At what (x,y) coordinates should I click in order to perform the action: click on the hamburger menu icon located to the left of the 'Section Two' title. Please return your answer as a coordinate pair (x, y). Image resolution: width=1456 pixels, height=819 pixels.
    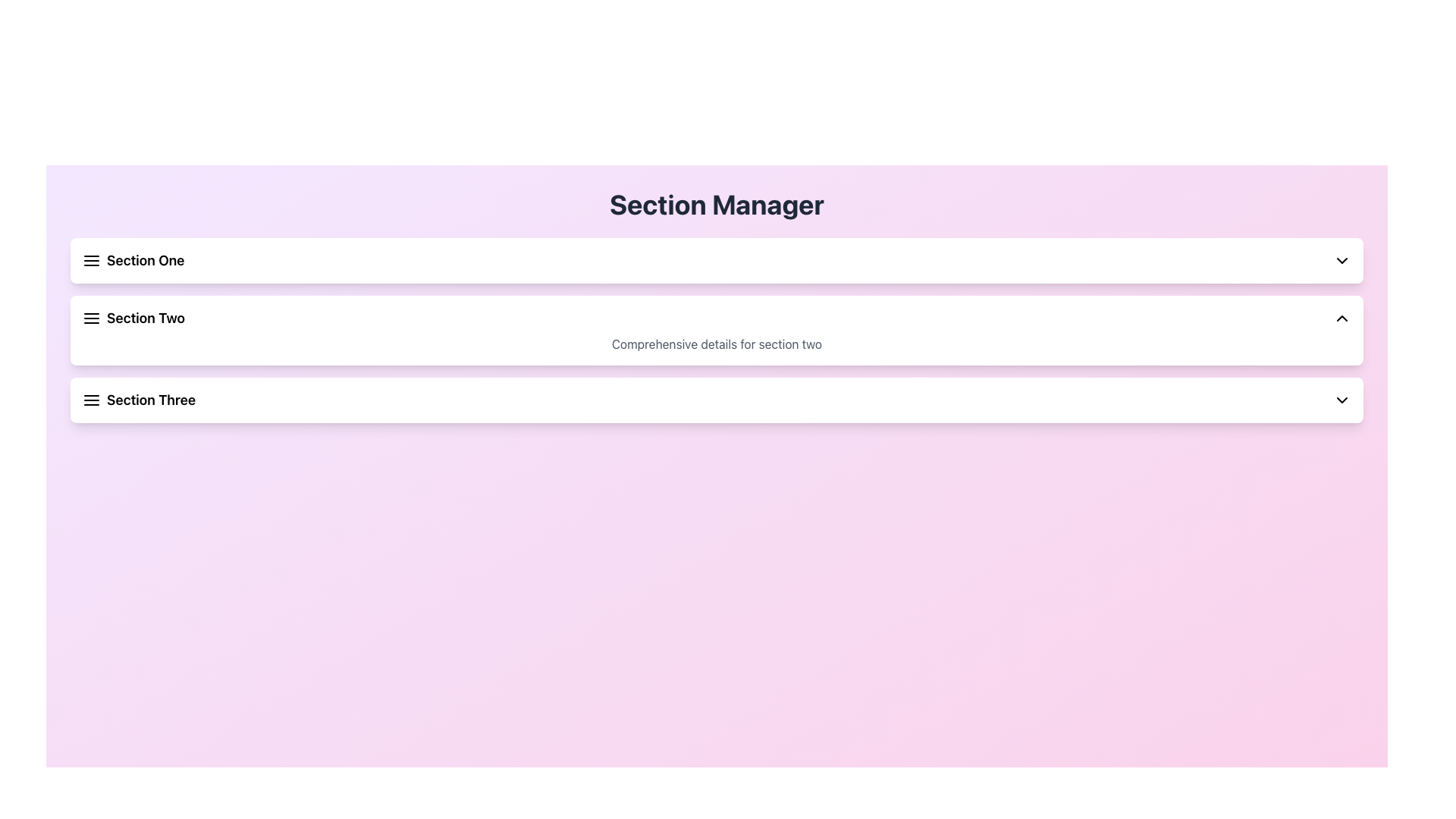
    Looking at the image, I should click on (90, 318).